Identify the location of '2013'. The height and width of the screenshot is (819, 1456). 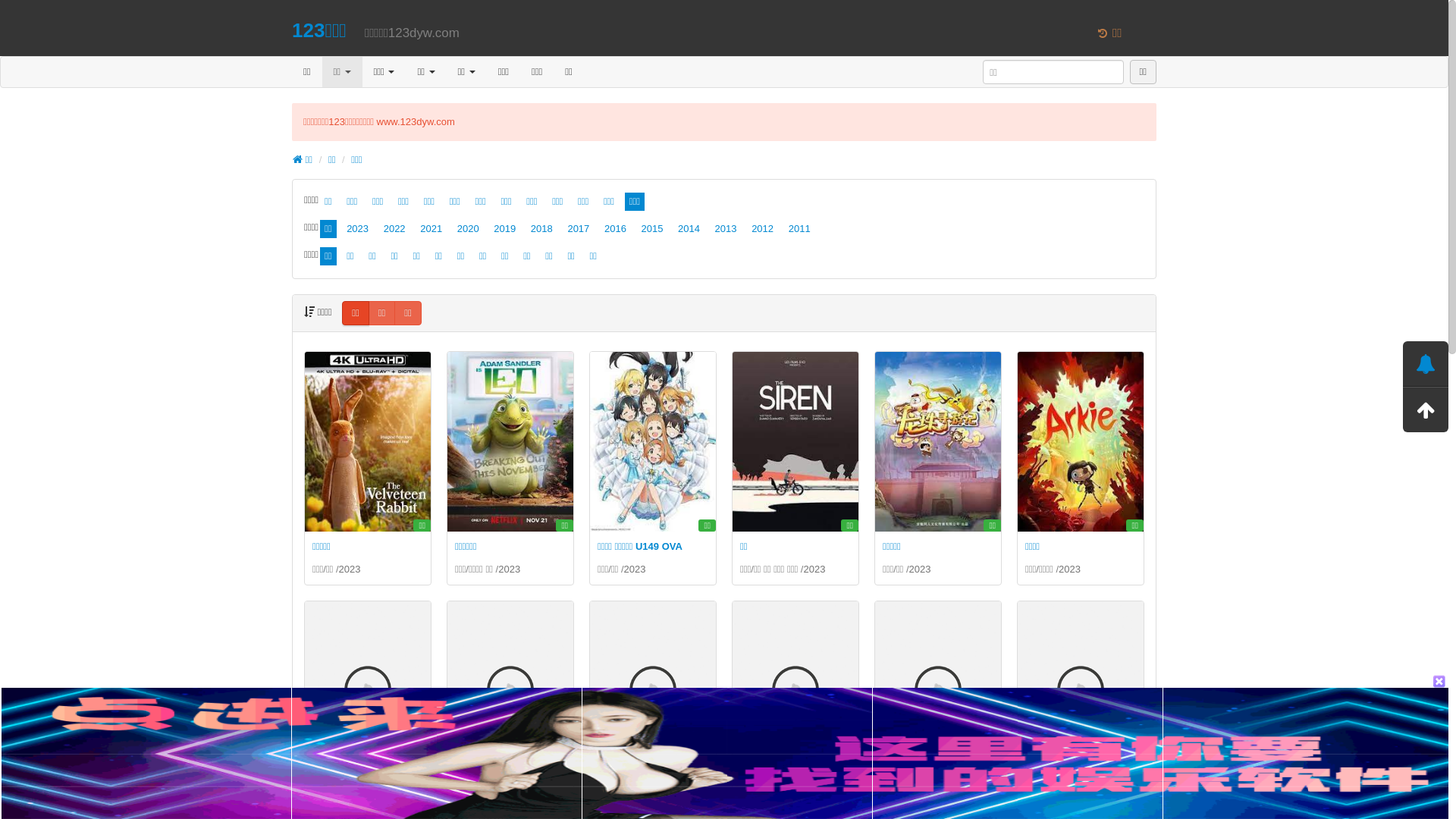
(725, 228).